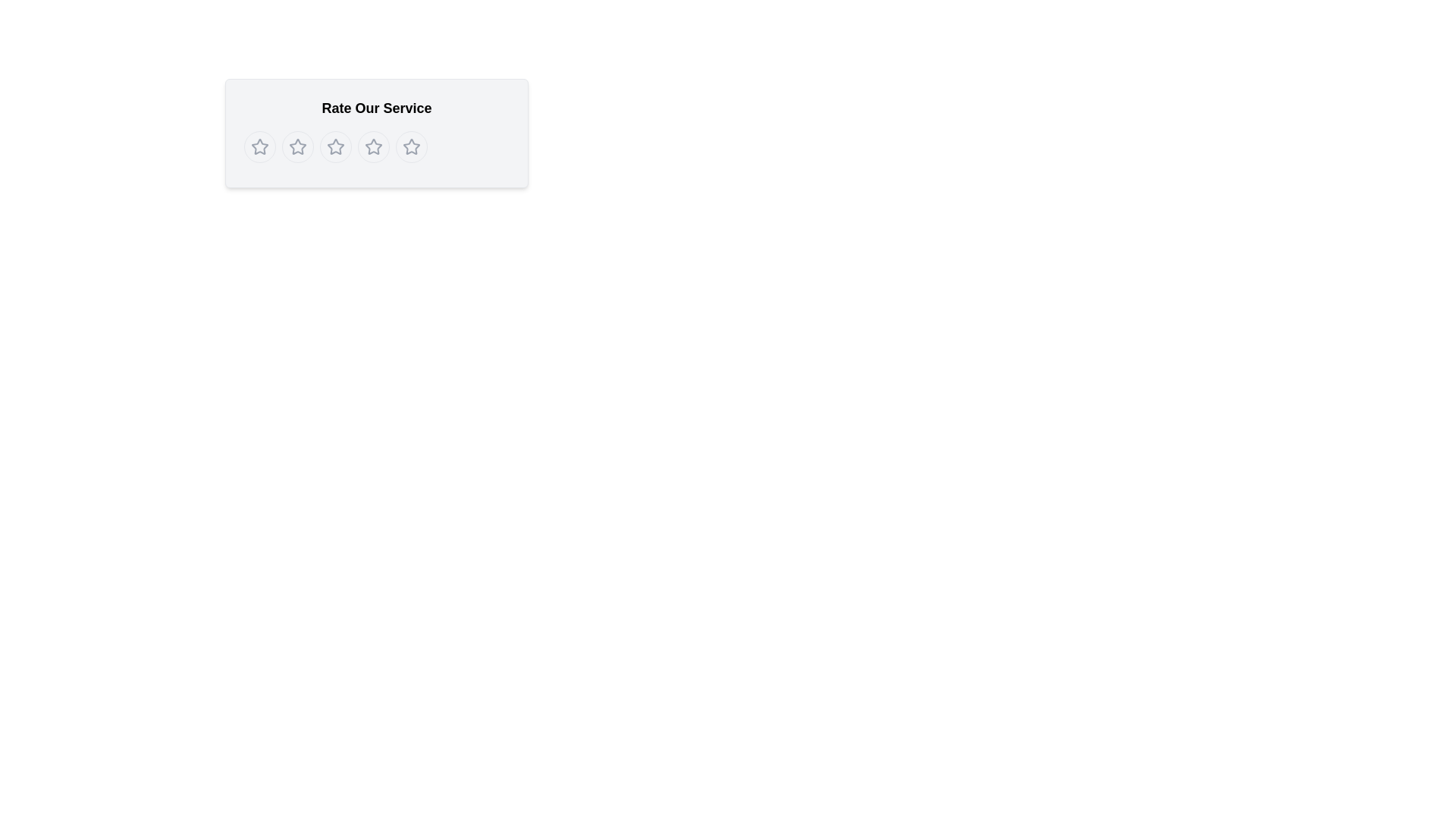  What do you see at coordinates (259, 146) in the screenshot?
I see `the circular button with a gray star icon` at bounding box center [259, 146].